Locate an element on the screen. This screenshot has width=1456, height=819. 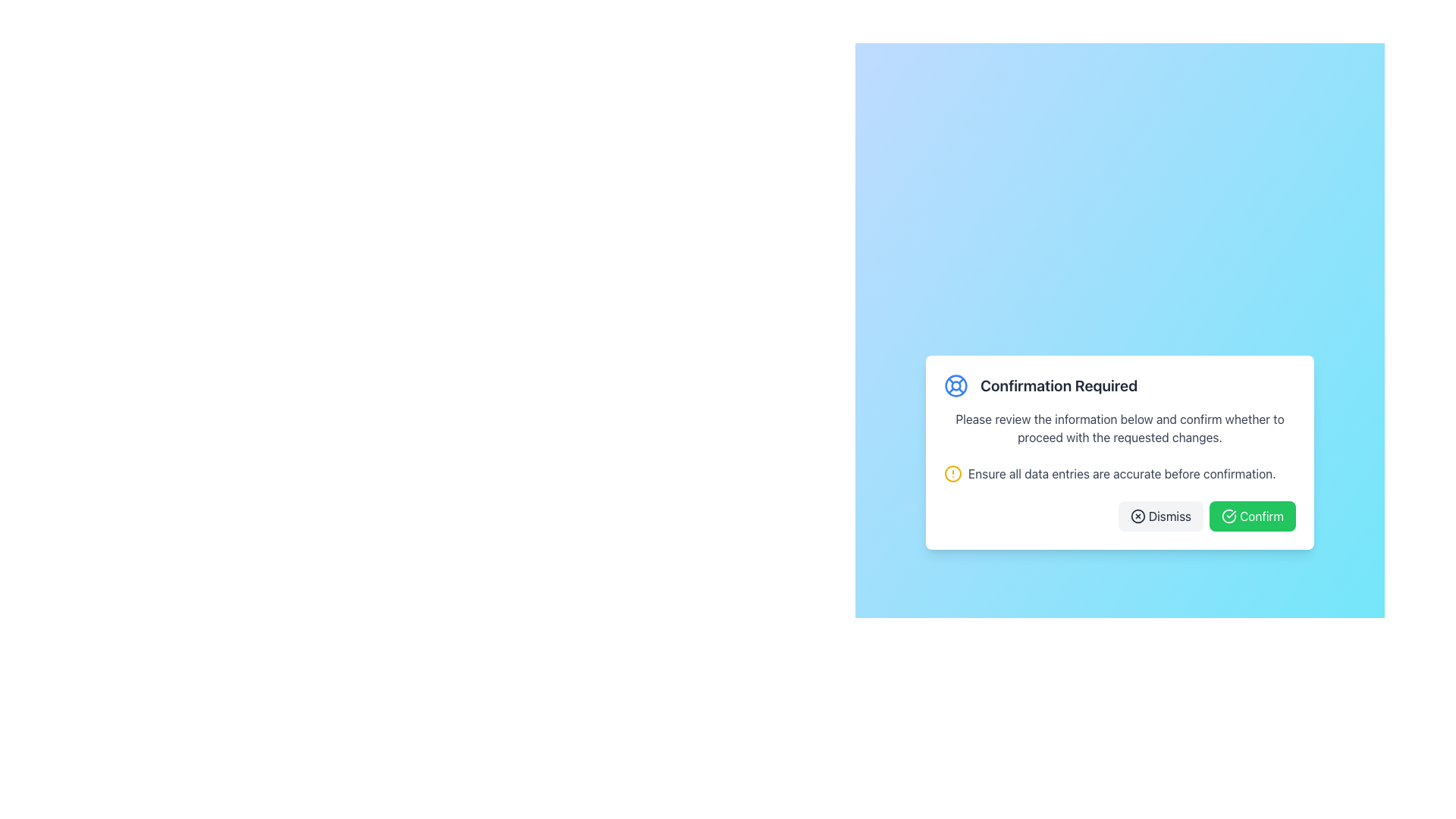
the static text element that provides instructions within the modal dialog box, located below the title 'Confirmation Required' is located at coordinates (1120, 428).